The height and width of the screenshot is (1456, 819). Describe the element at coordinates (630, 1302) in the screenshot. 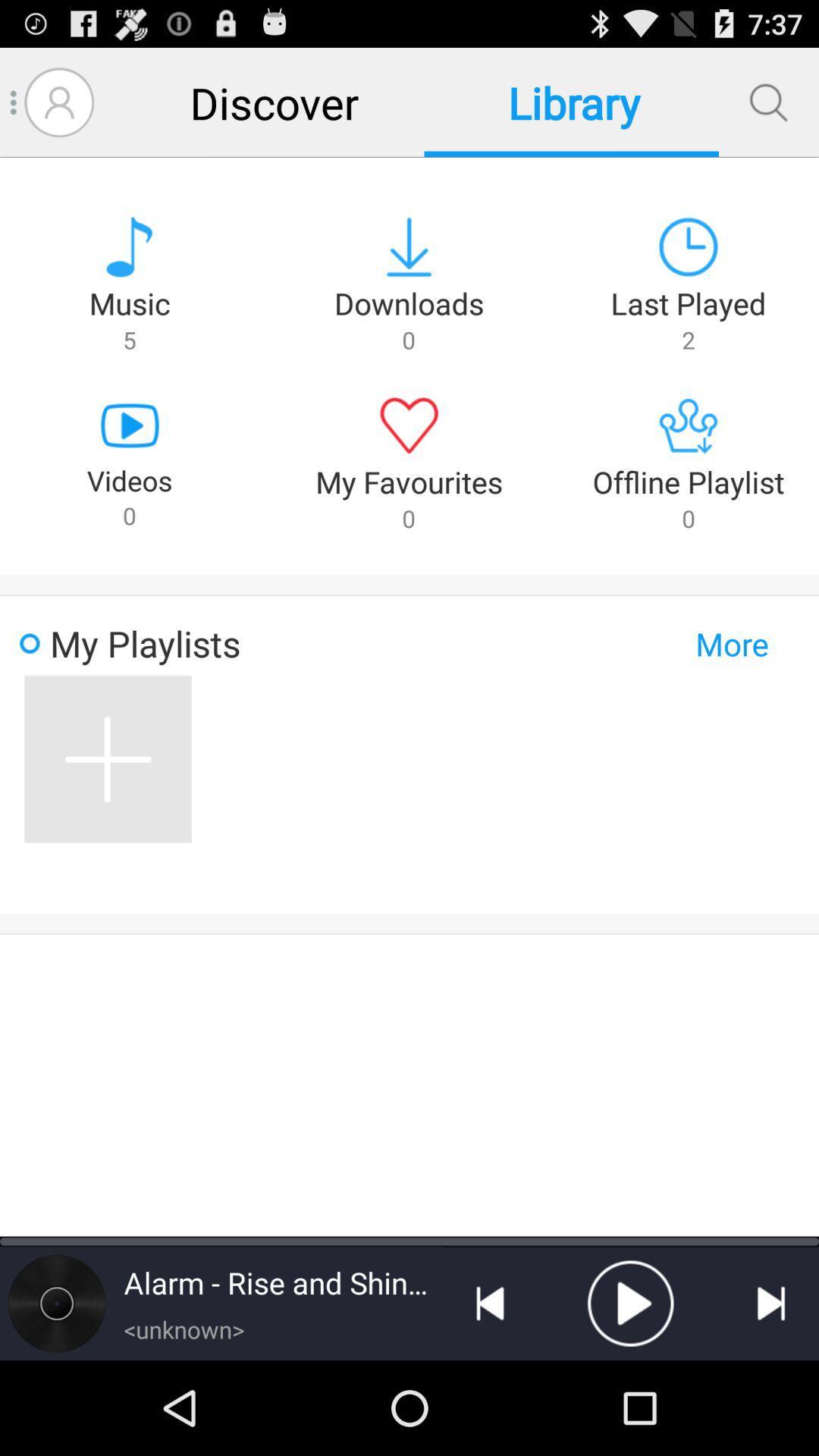

I see `the soundtrack` at that location.